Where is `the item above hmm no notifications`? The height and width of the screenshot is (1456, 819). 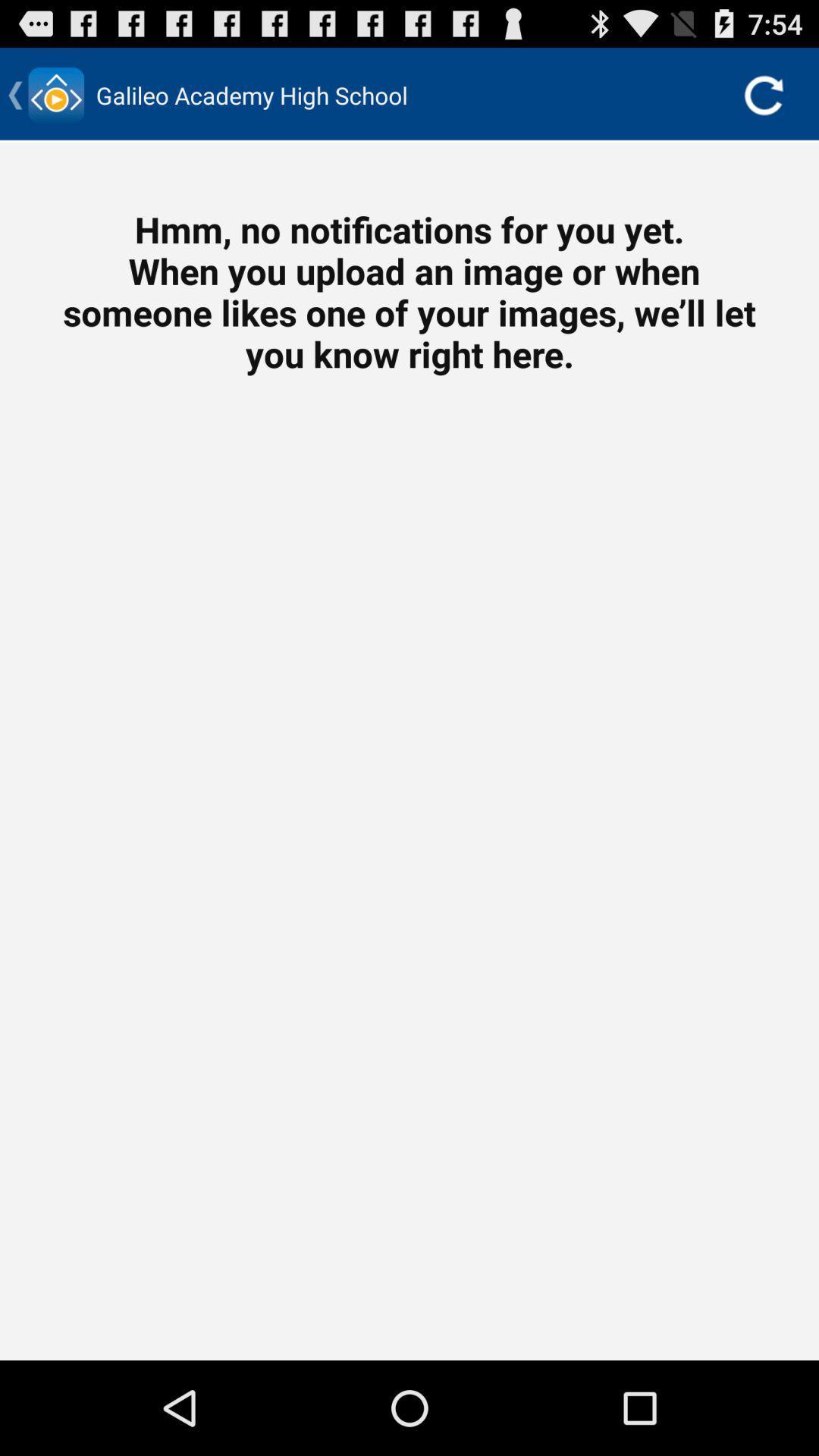
the item above hmm no notifications is located at coordinates (763, 94).